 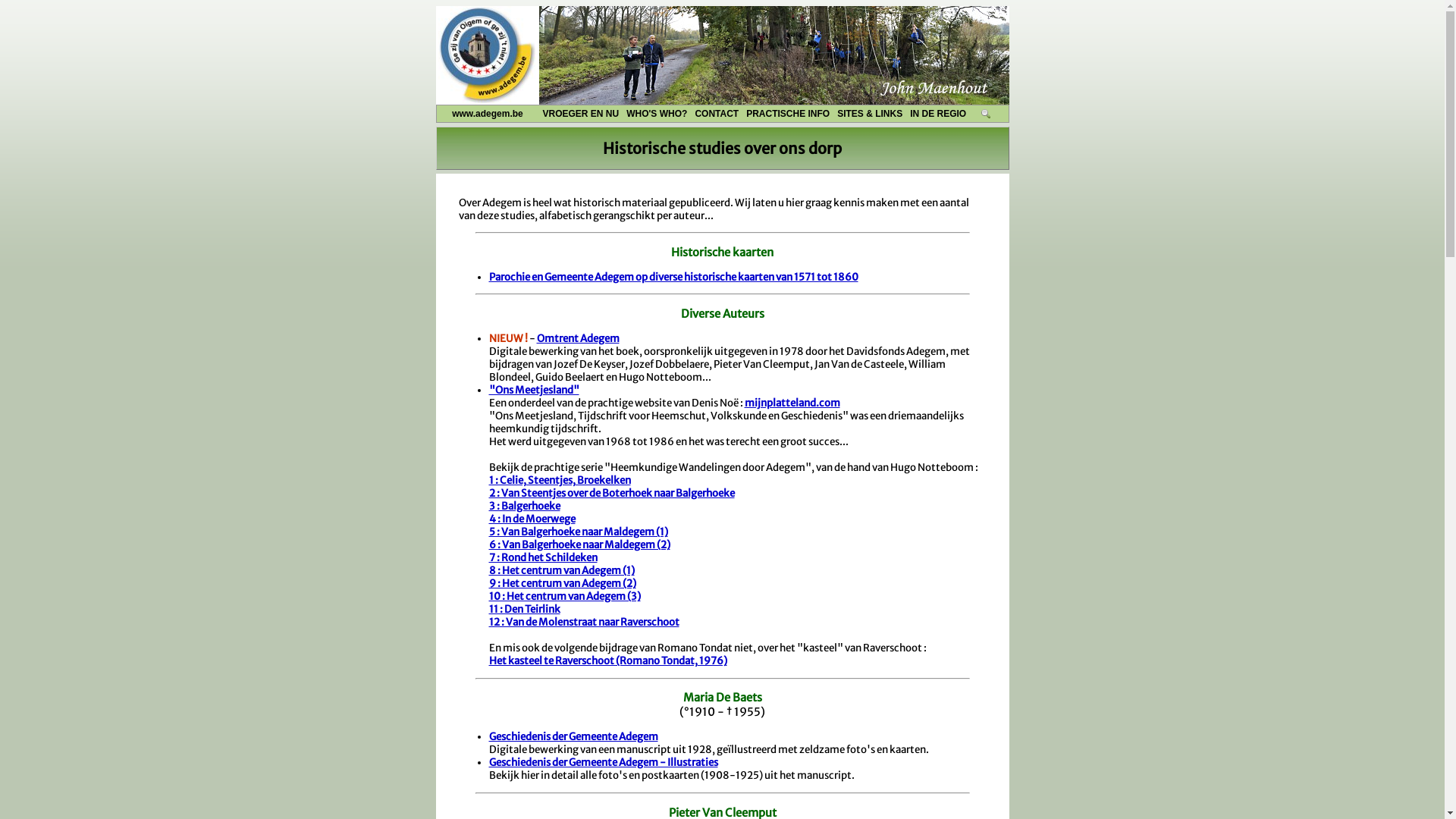 What do you see at coordinates (560, 570) in the screenshot?
I see `'8 : Het centrum van Adegem (1)'` at bounding box center [560, 570].